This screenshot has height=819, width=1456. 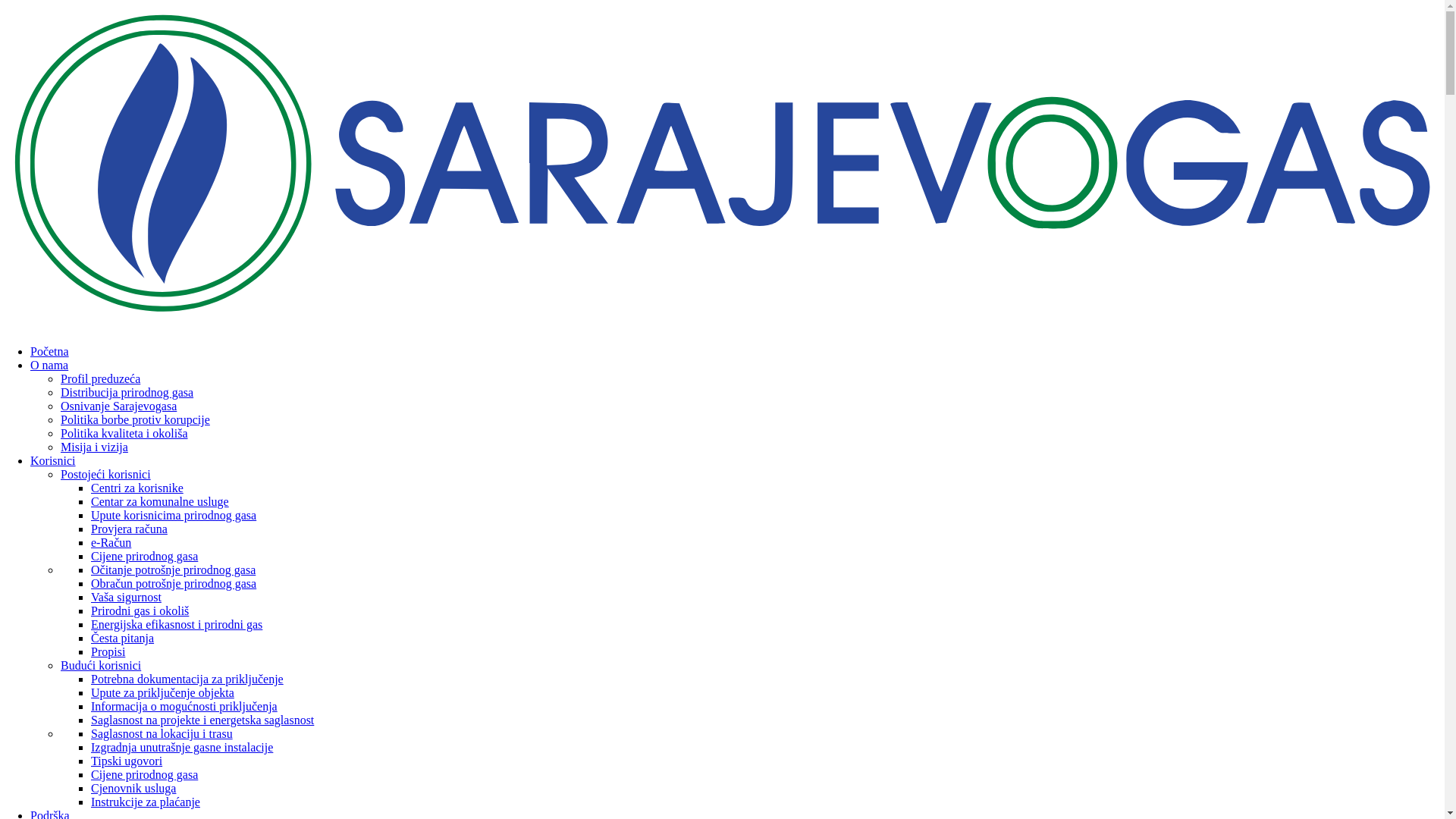 What do you see at coordinates (174, 514) in the screenshot?
I see `'Upute korisnicima prirodnog gasa'` at bounding box center [174, 514].